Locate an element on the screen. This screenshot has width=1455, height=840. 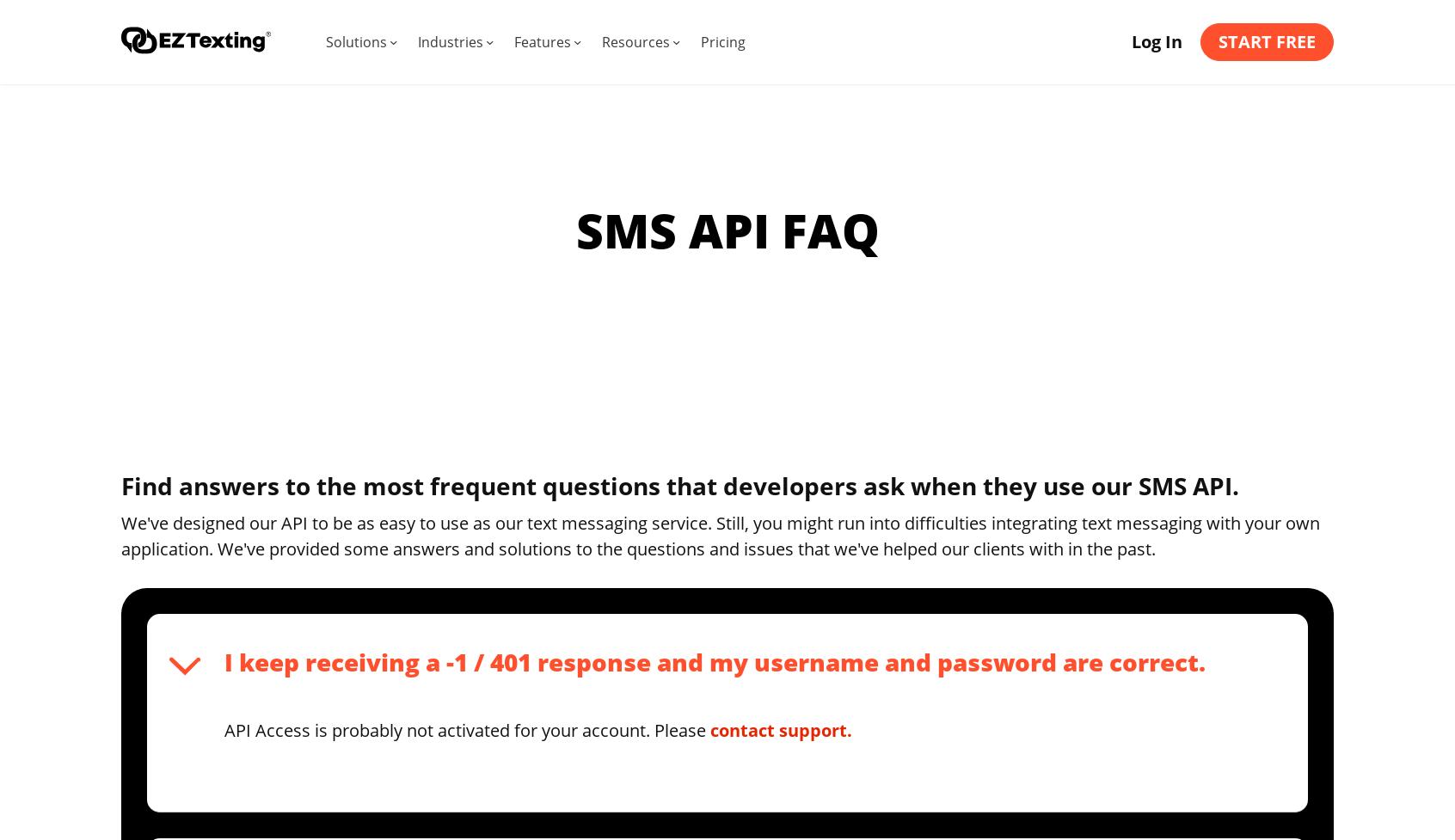
'We've designed our API to be as easy to use as our text messaging service. Still, you might run into difficulties integrating text messaging with your own application. We've provided some answers and solutions to the questions and issues that we've helped our clients with in the past.' is located at coordinates (721, 534).